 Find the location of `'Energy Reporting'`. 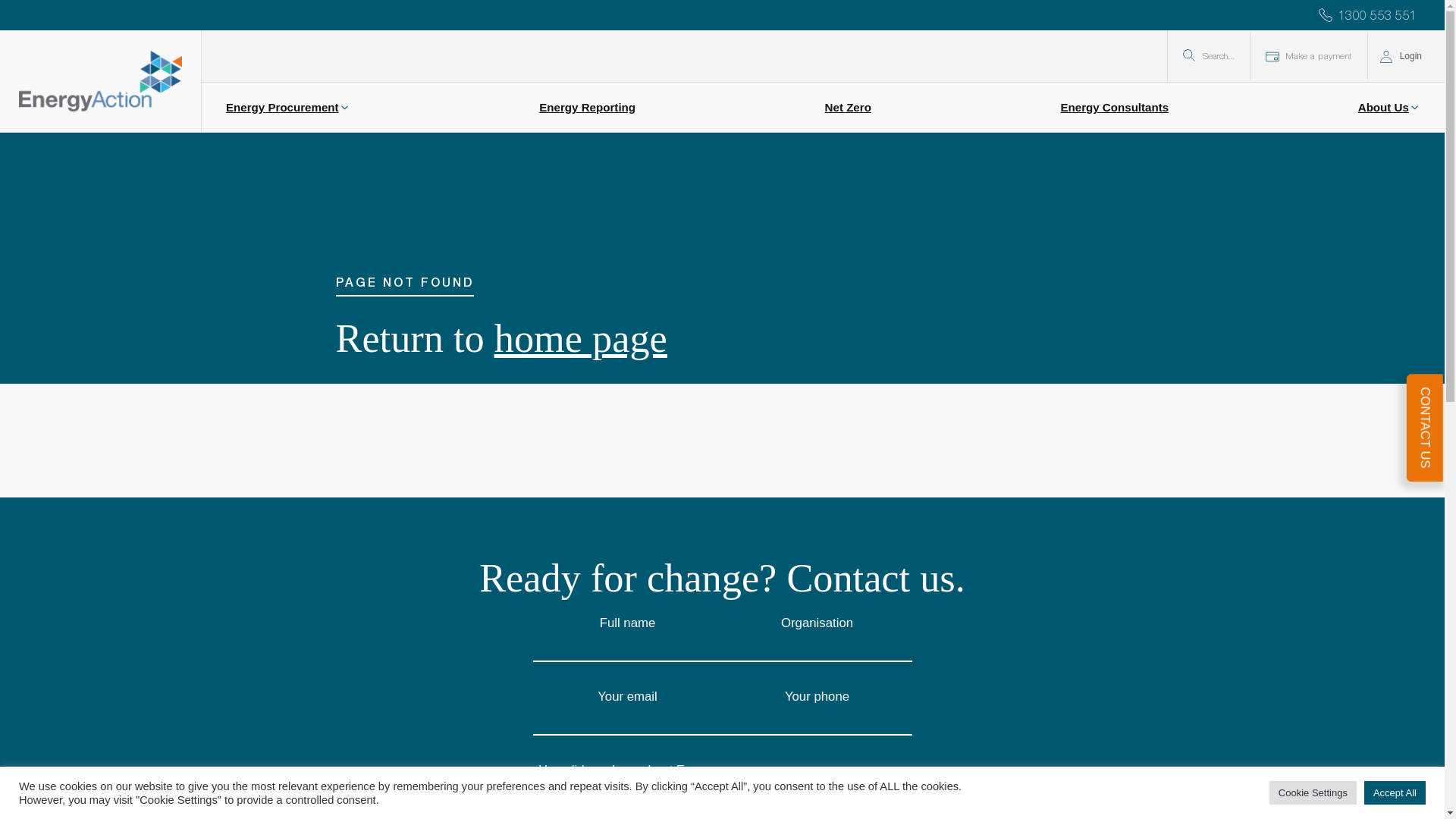

'Energy Reporting' is located at coordinates (586, 106).